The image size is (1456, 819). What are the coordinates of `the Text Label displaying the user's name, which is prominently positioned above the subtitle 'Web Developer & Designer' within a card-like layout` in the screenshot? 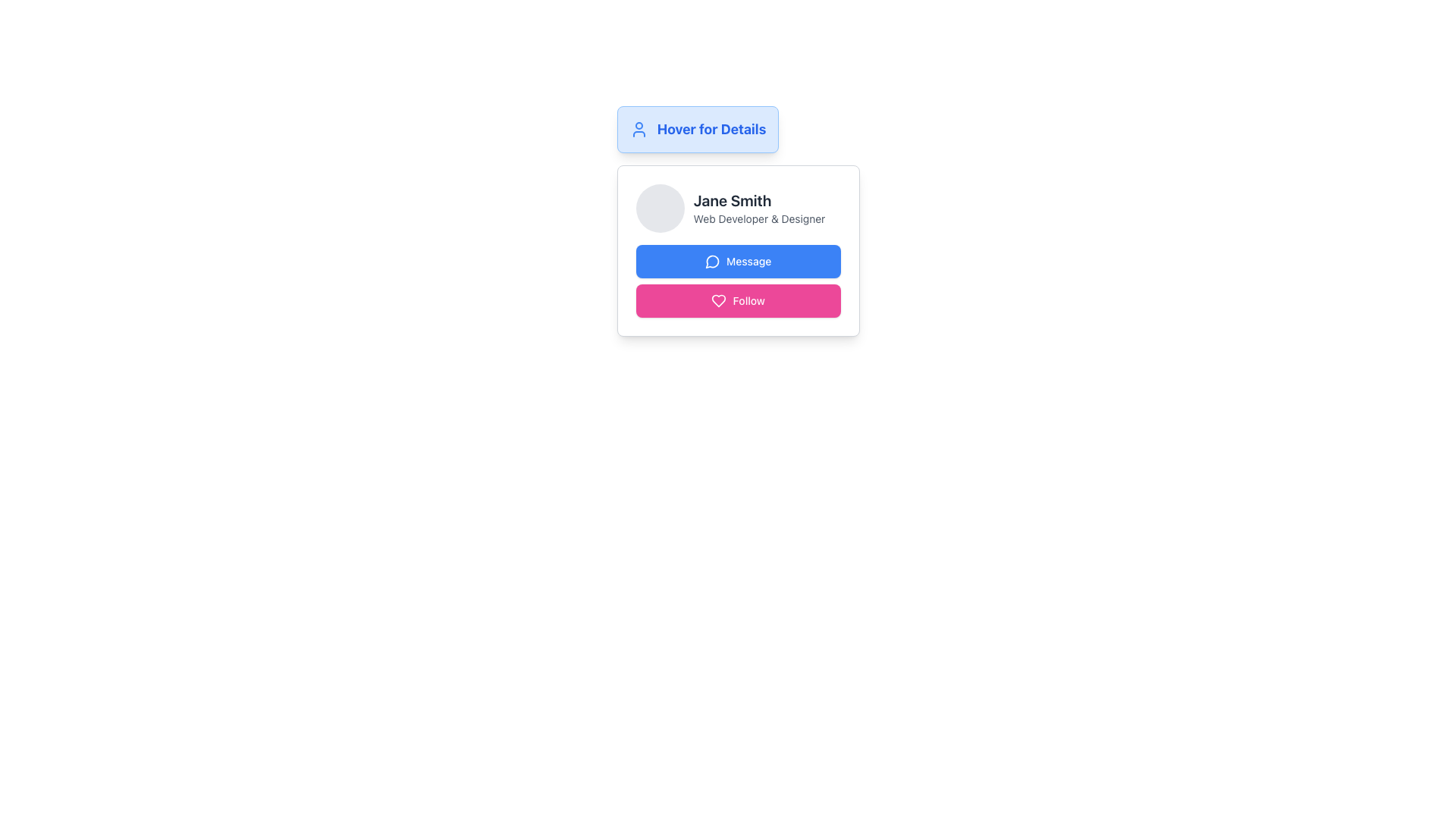 It's located at (759, 200).